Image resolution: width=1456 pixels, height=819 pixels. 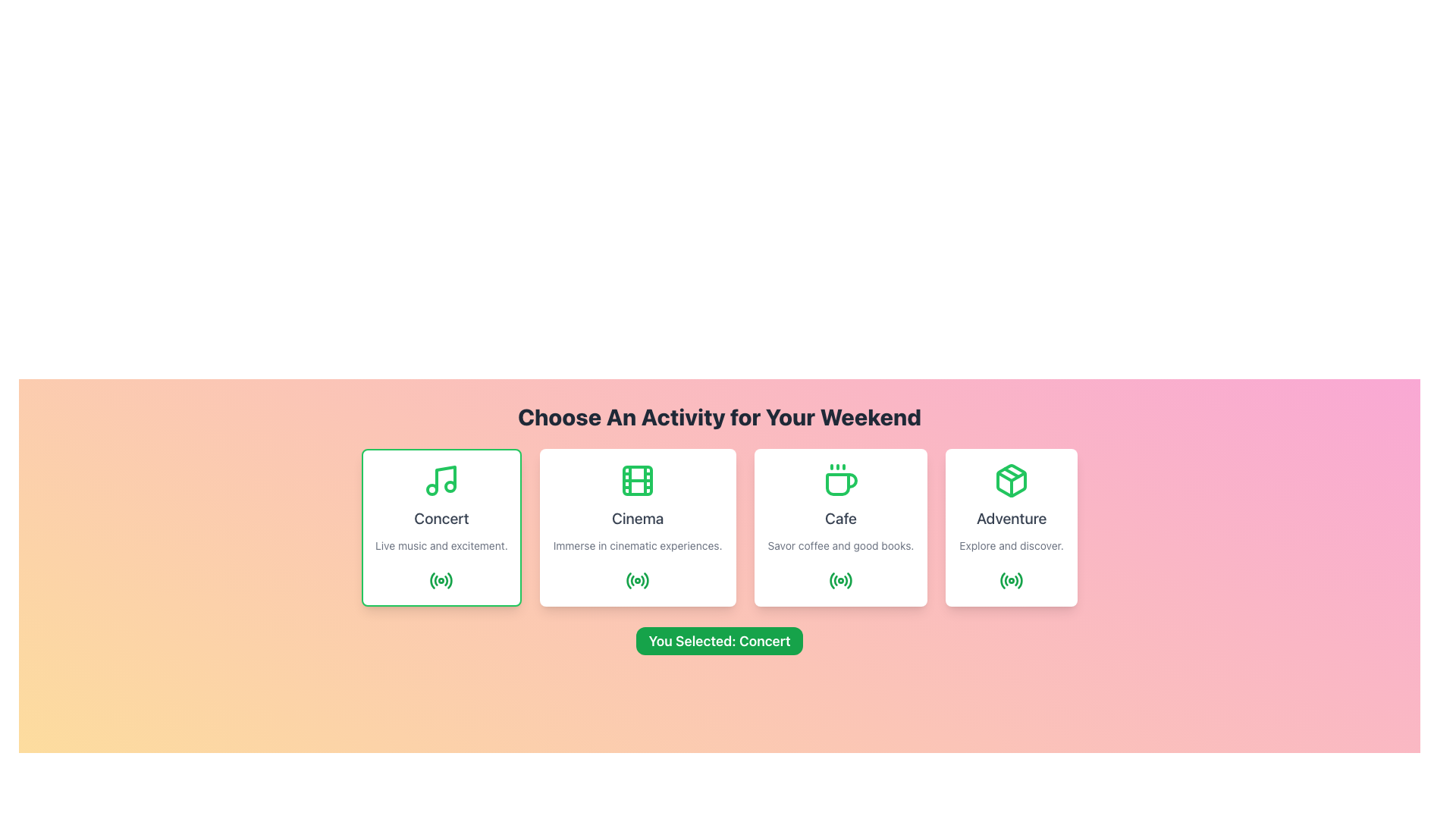 What do you see at coordinates (638, 546) in the screenshot?
I see `the text label displaying 'Immerse in cinematic experiences.' located on the 'Cinema' card, positioned below the title 'Cinema'` at bounding box center [638, 546].